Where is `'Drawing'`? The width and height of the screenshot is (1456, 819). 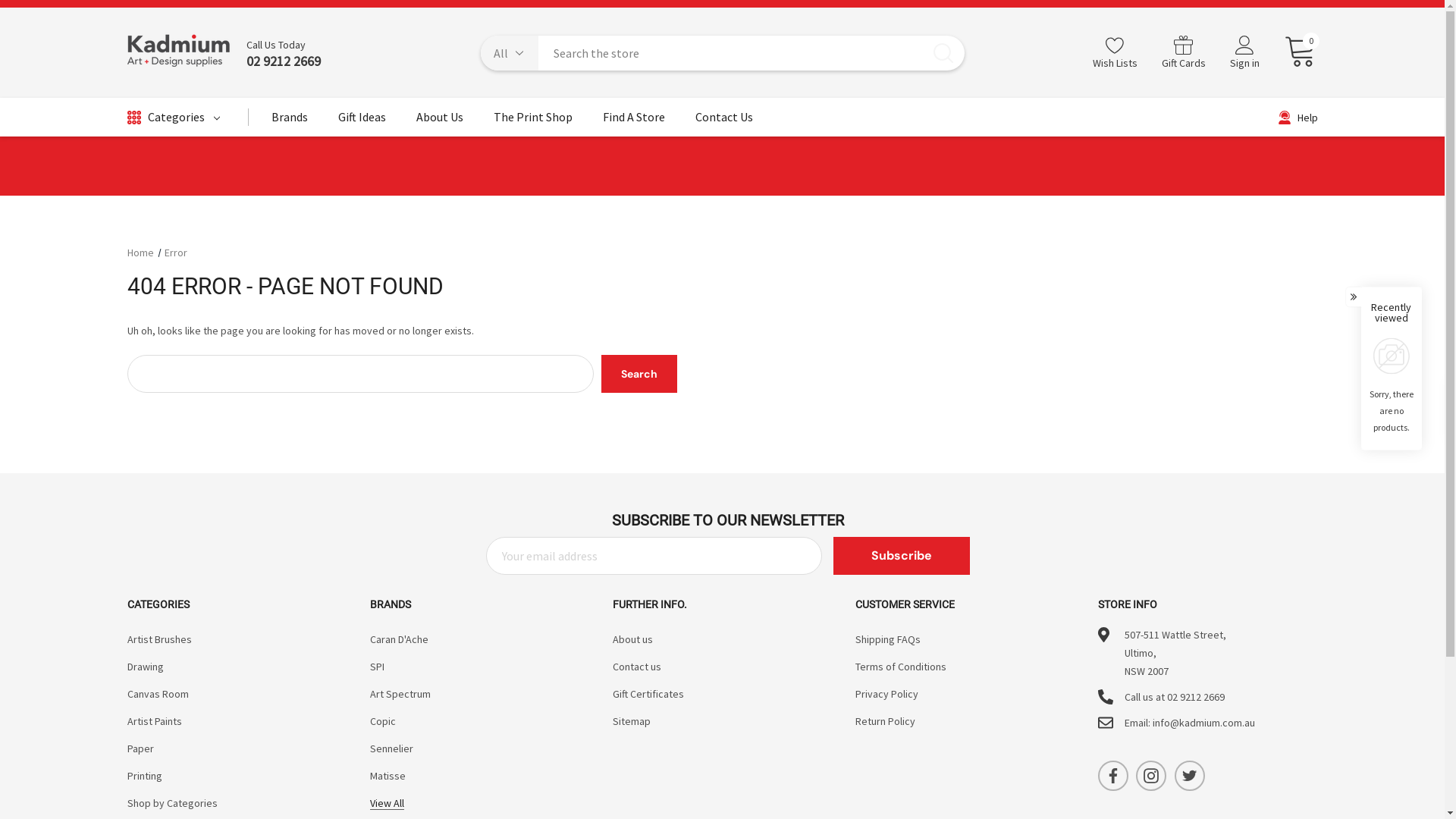
'Drawing' is located at coordinates (146, 666).